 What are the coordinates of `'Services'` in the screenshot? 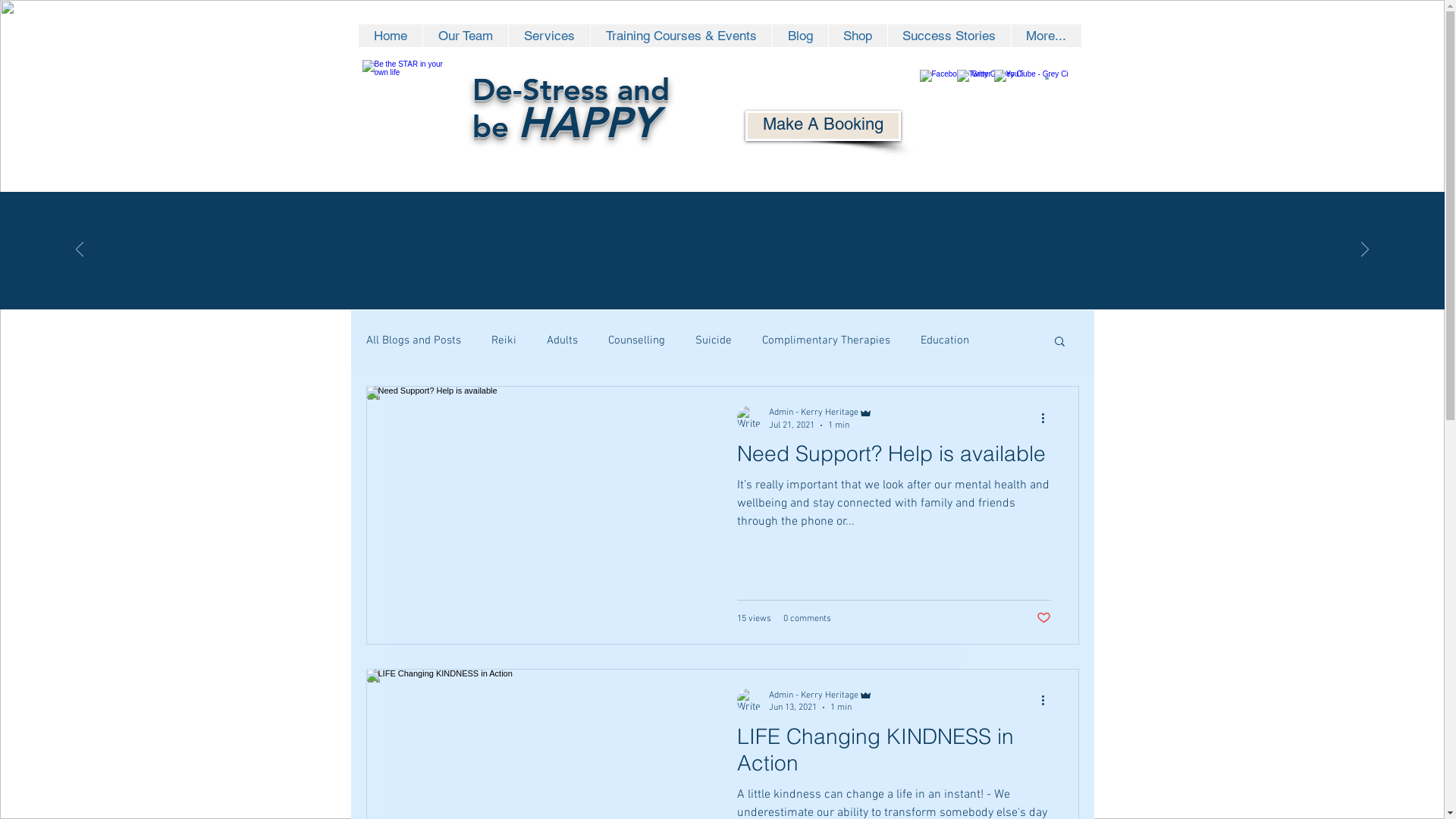 It's located at (548, 34).